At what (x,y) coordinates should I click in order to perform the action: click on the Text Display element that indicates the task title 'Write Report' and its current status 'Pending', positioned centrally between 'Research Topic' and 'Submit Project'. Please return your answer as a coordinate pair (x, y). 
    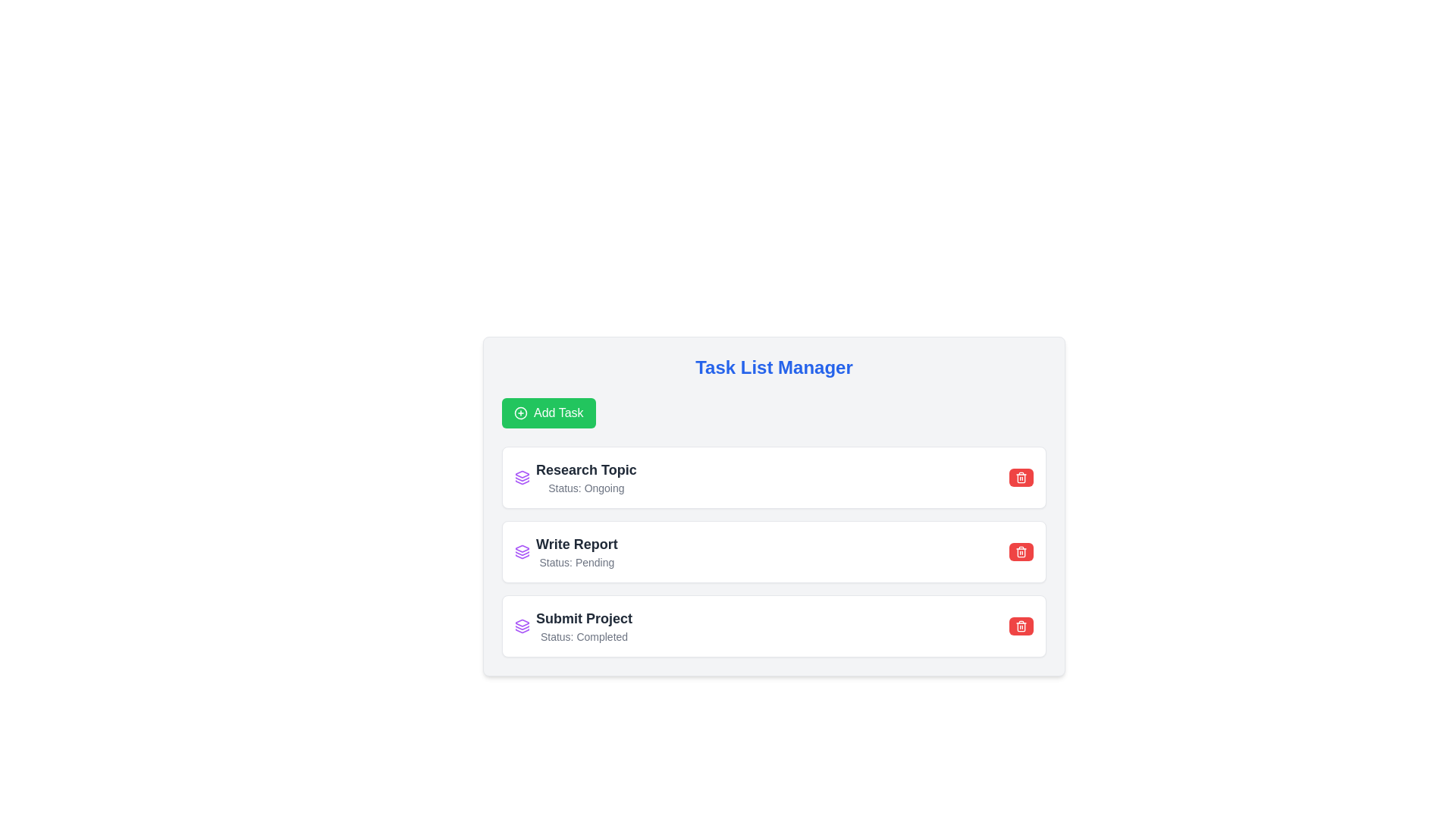
    Looking at the image, I should click on (576, 552).